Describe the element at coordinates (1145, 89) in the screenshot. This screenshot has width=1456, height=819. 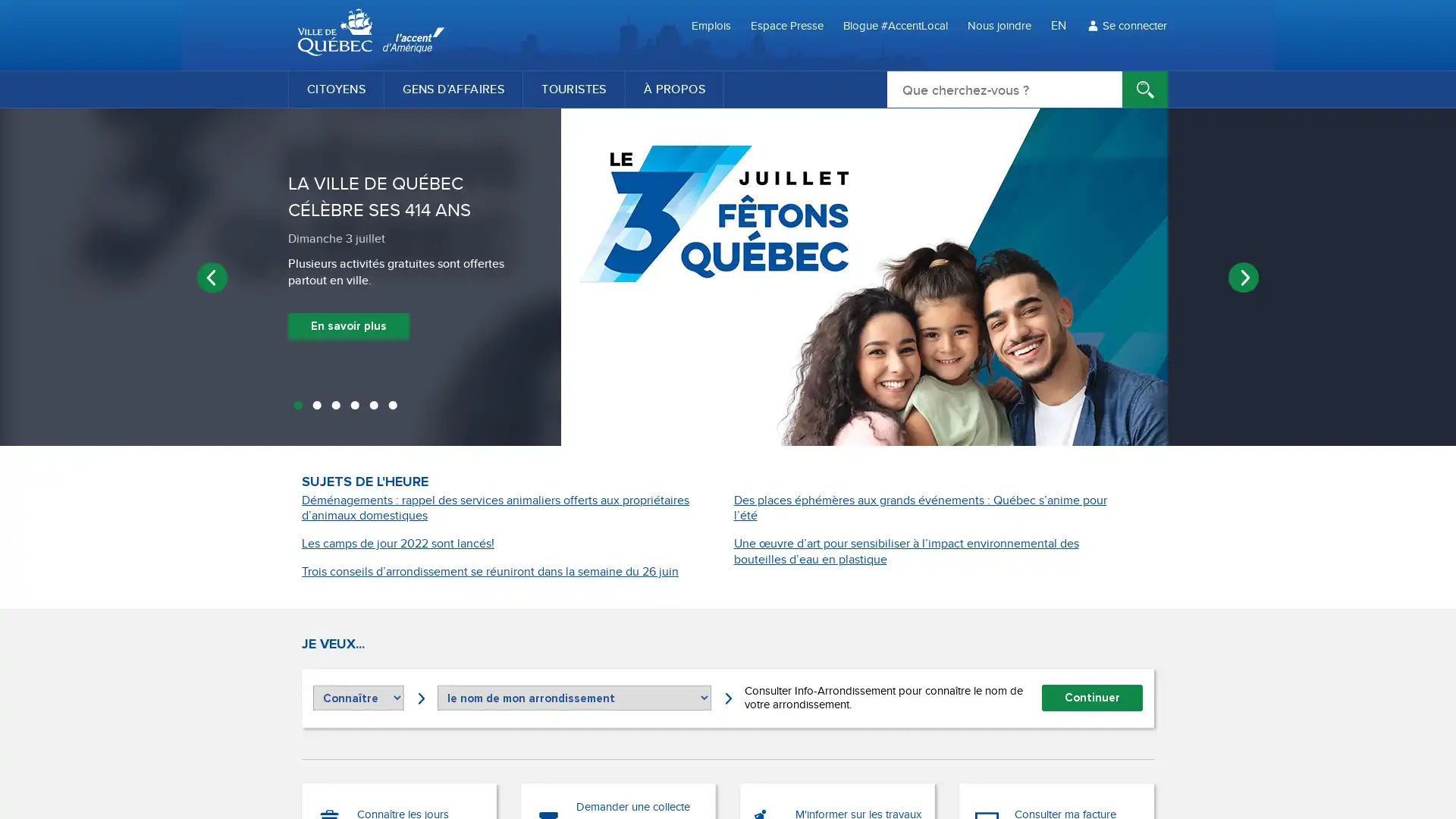
I see `Rechercher` at that location.